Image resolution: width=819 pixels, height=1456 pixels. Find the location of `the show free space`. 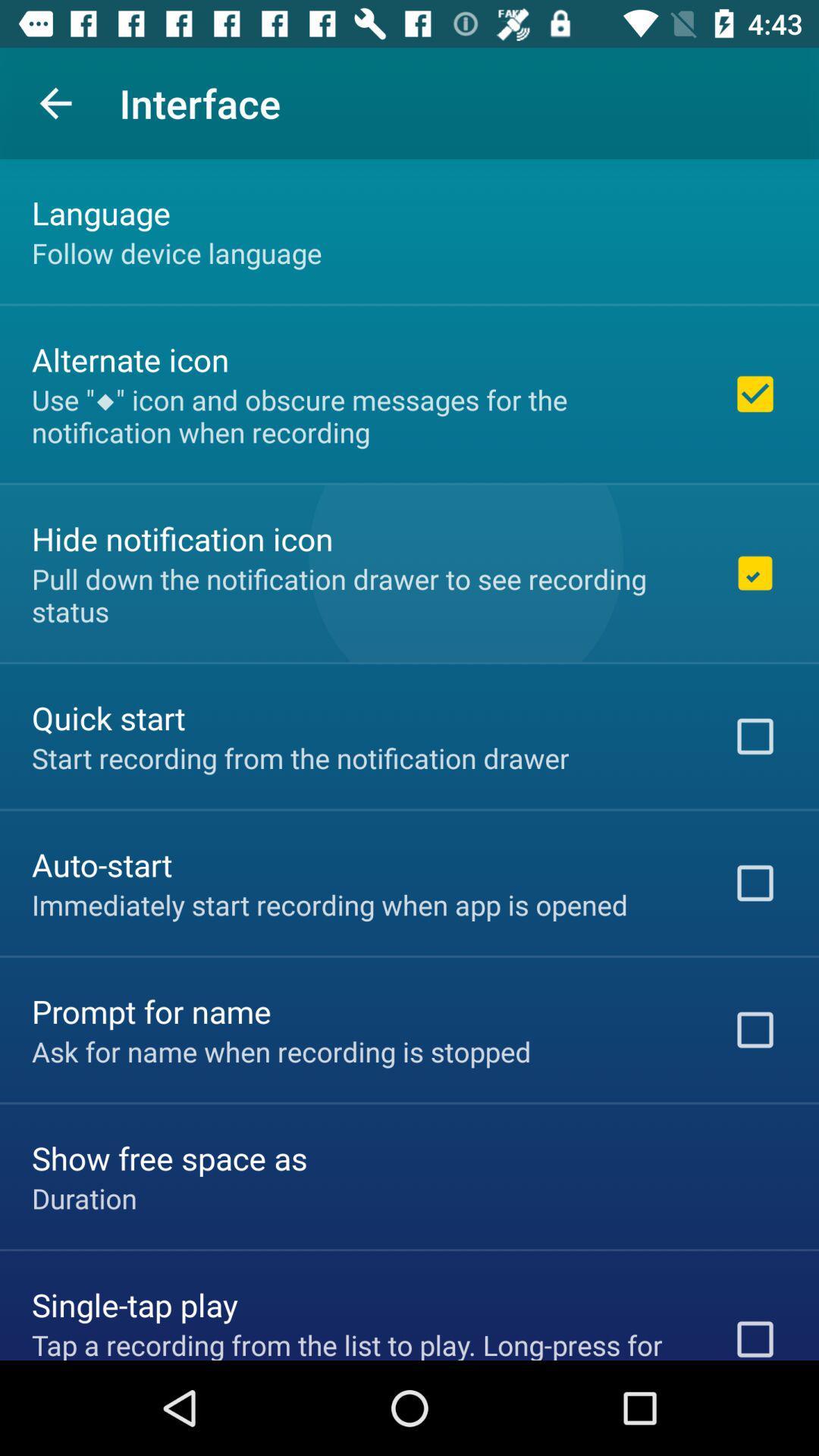

the show free space is located at coordinates (169, 1156).